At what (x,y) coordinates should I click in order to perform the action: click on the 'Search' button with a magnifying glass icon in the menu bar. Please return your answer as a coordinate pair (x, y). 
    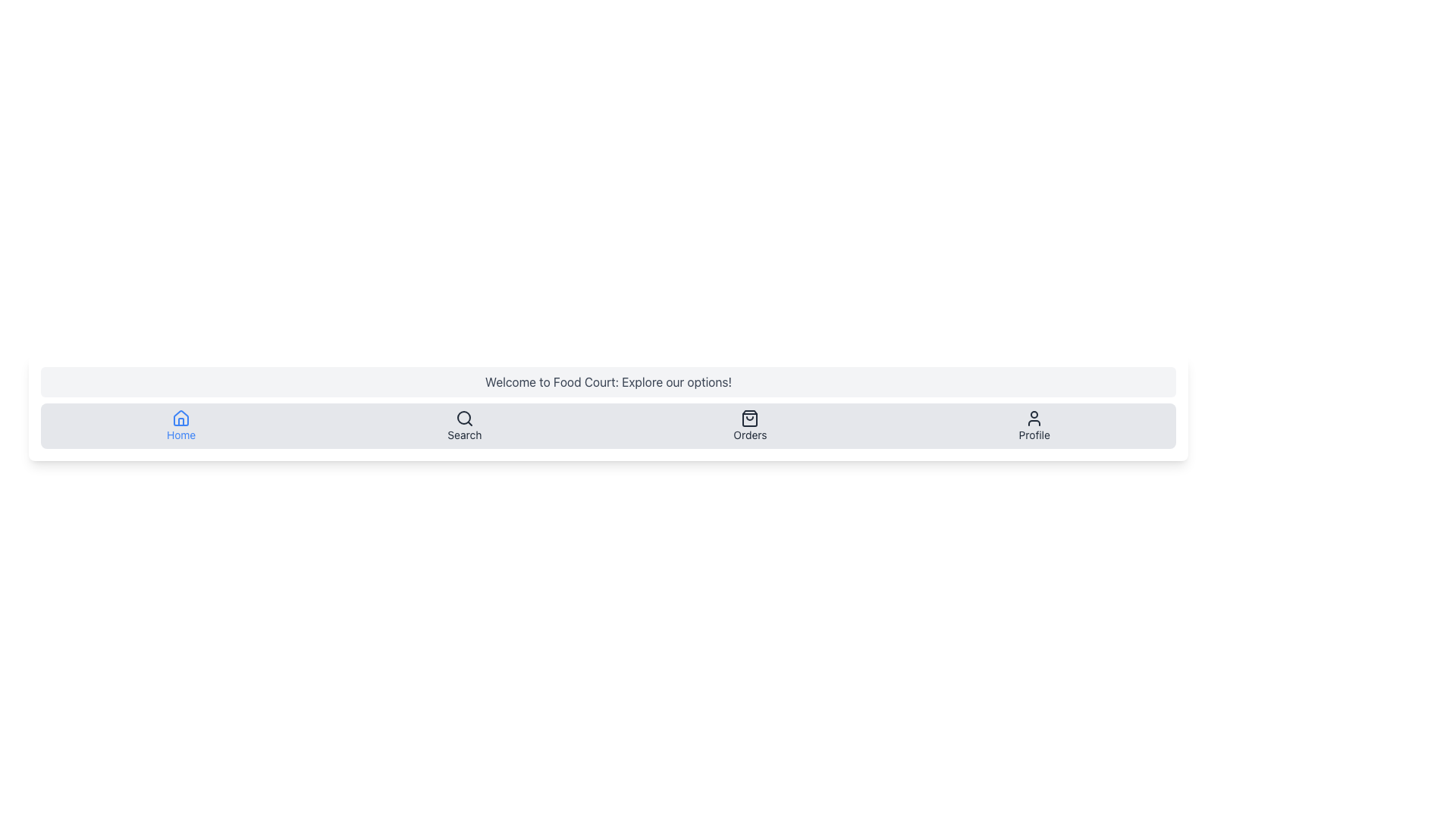
    Looking at the image, I should click on (463, 426).